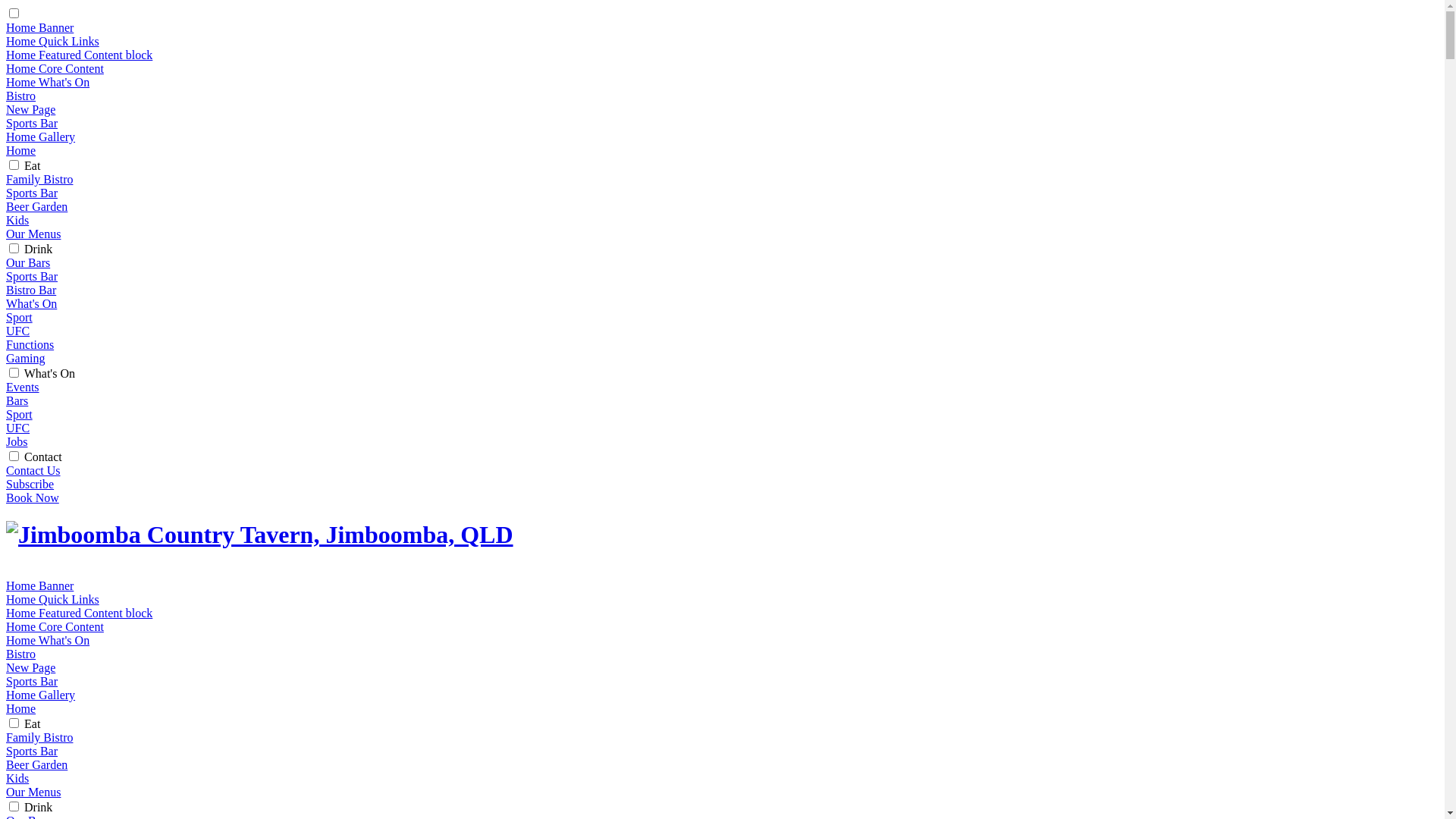  What do you see at coordinates (36, 206) in the screenshot?
I see `'Beer Garden'` at bounding box center [36, 206].